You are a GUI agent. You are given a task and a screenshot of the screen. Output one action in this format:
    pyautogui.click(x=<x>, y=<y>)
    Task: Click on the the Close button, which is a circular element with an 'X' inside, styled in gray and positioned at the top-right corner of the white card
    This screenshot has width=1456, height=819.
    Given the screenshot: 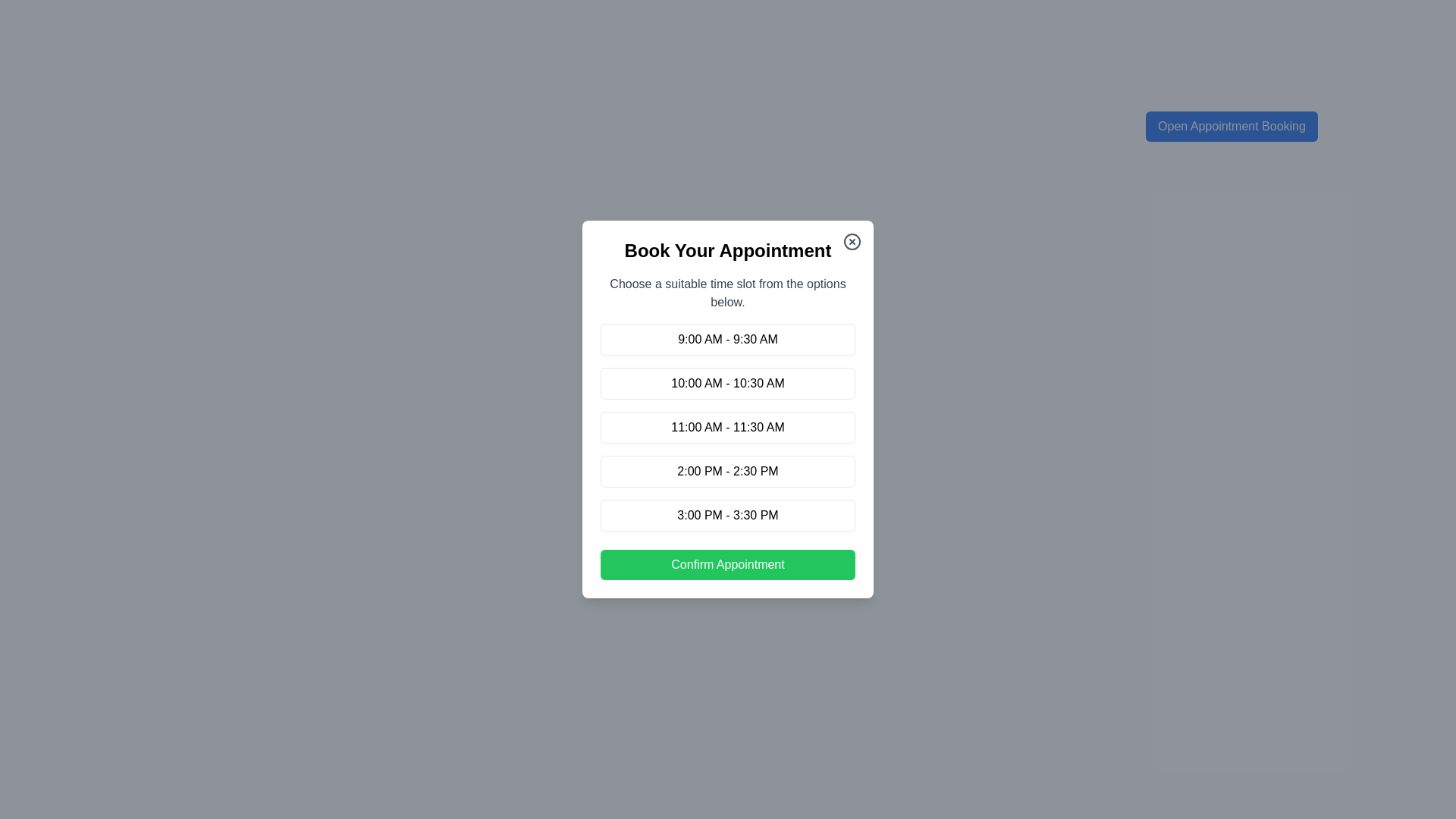 What is the action you would take?
    pyautogui.click(x=852, y=241)
    